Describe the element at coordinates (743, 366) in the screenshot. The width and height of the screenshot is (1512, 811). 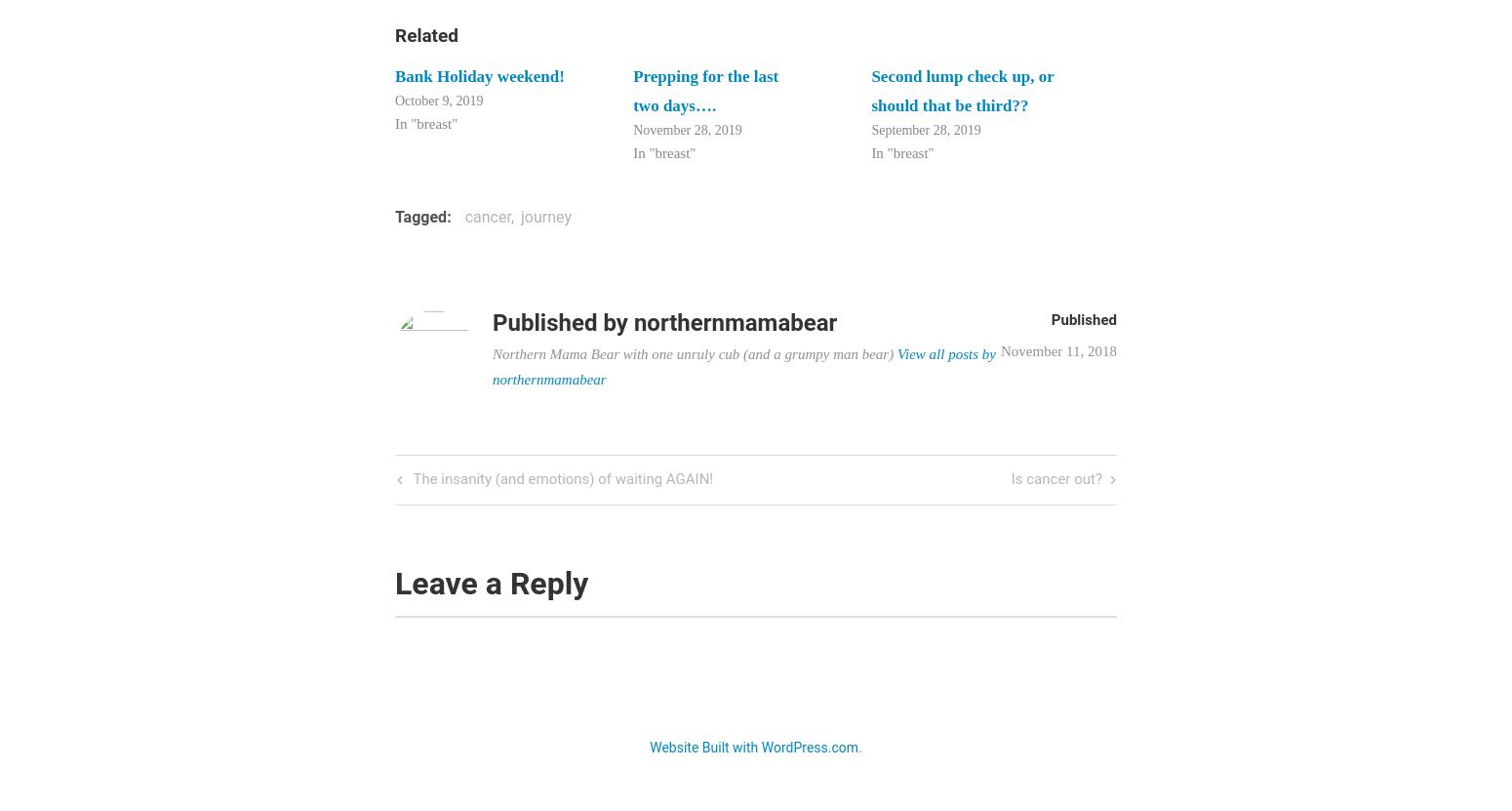
I see `'View all posts by northernmamabear'` at that location.